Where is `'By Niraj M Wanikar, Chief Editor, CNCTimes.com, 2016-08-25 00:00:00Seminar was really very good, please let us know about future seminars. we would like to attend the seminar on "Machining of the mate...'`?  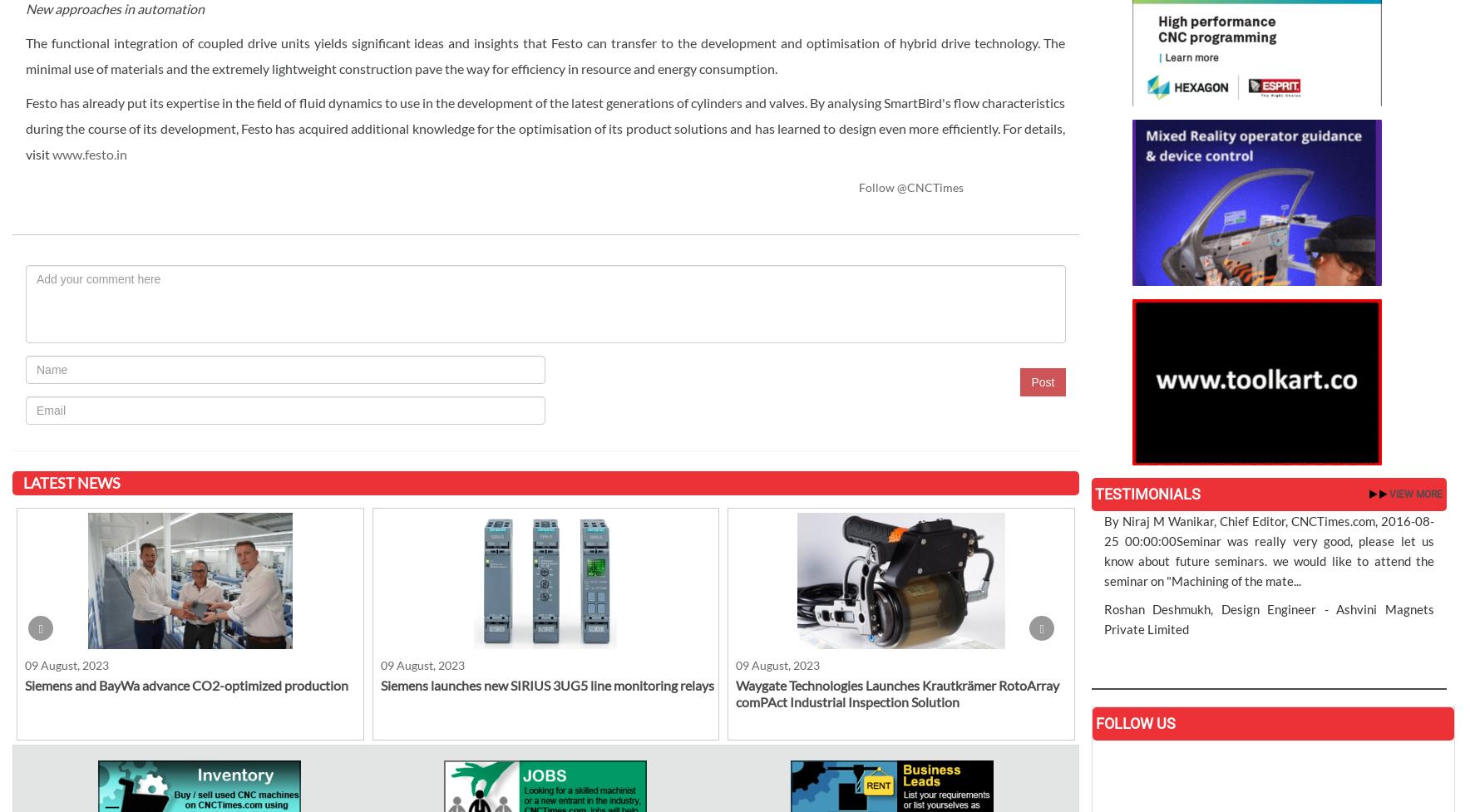
'By Niraj M Wanikar, Chief Editor, CNCTimes.com, 2016-08-25 00:00:00Seminar was really very good, please let us know about future seminars. we would like to attend the seminar on "Machining of the mate...' is located at coordinates (1268, 550).